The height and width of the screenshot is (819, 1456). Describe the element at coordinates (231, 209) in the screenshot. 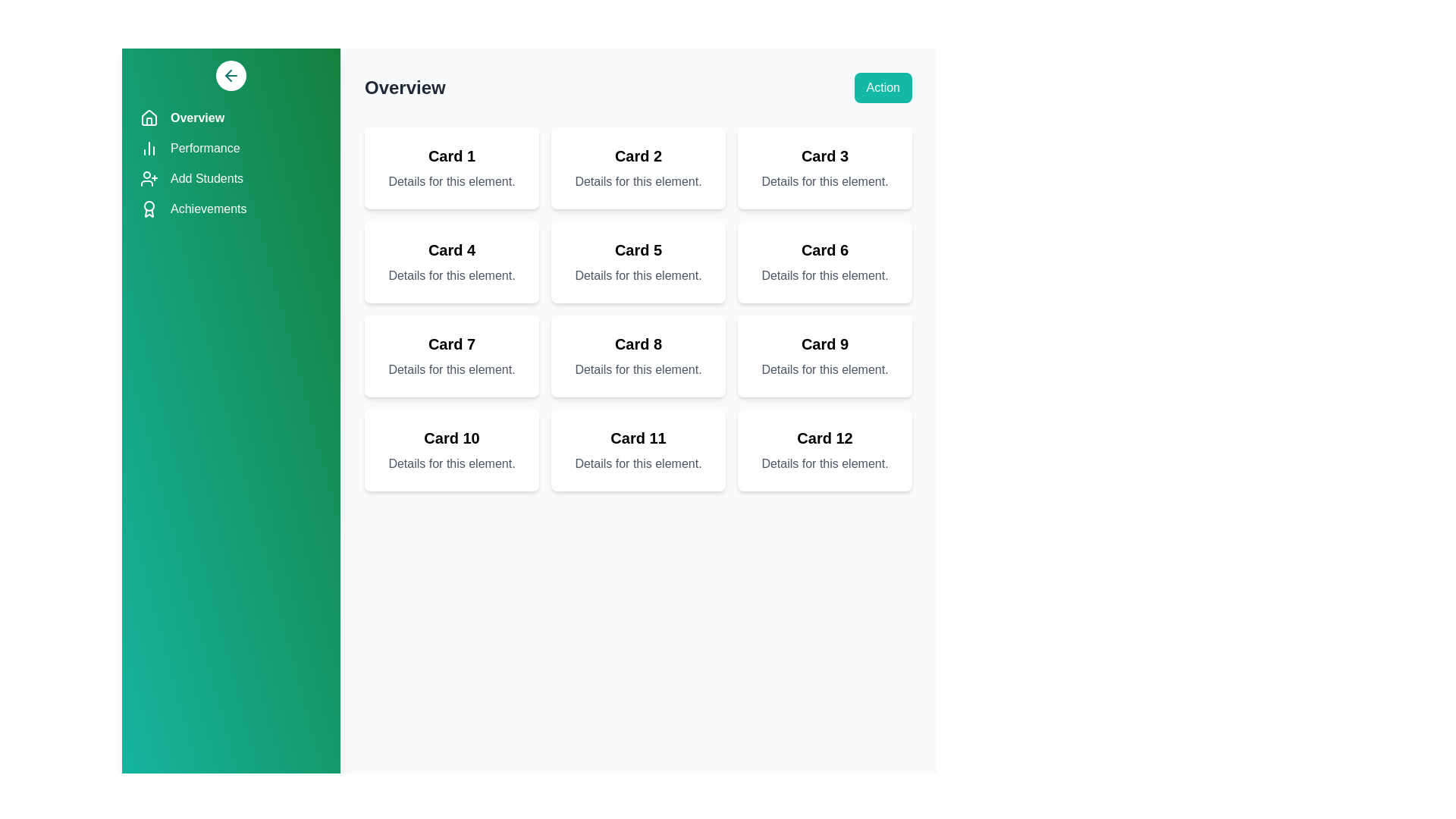

I see `the navigation item Achievements from the sidebar` at that location.